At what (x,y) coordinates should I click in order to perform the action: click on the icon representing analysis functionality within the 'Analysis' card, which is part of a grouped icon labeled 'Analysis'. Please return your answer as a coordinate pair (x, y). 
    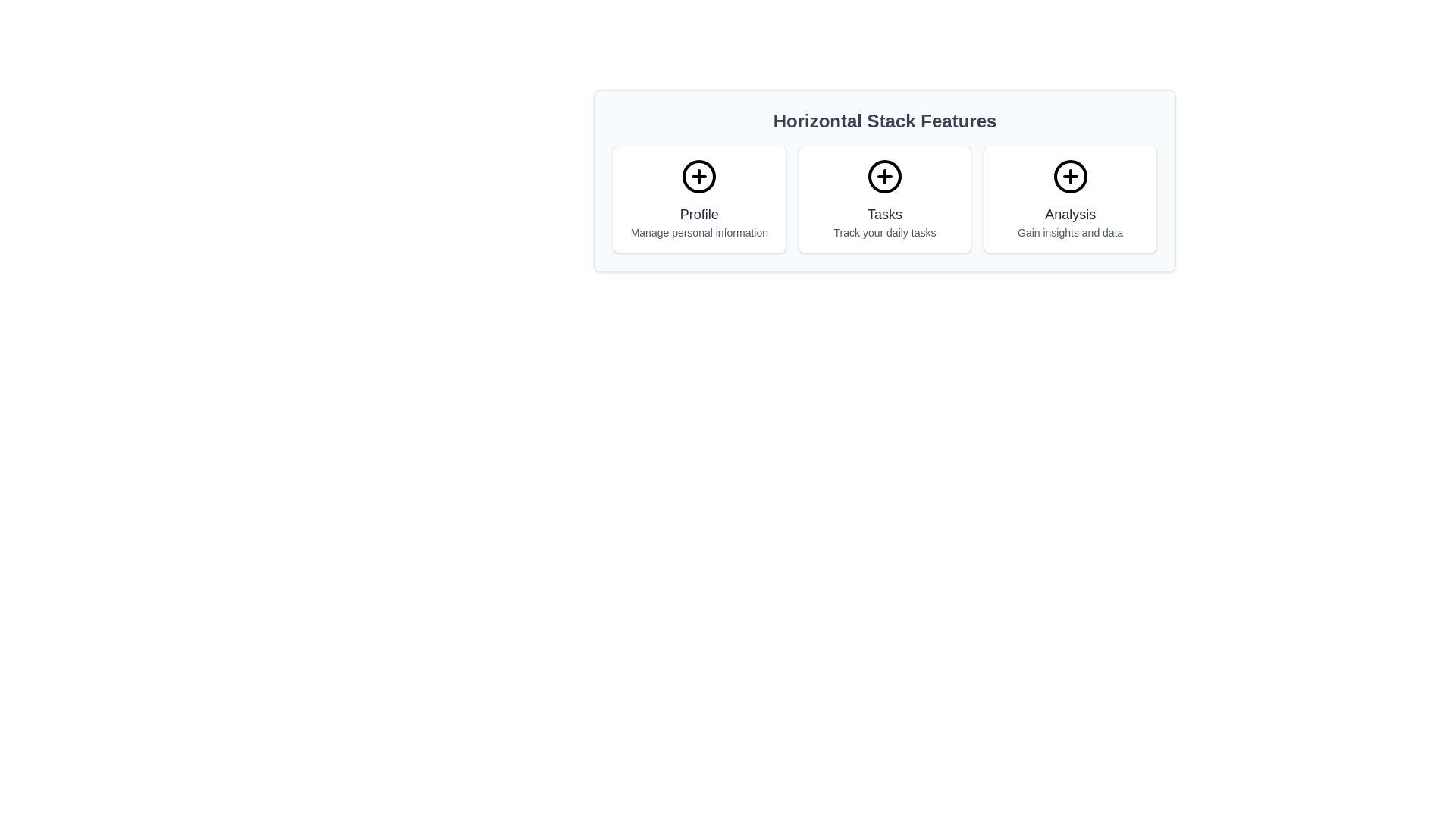
    Looking at the image, I should click on (1069, 175).